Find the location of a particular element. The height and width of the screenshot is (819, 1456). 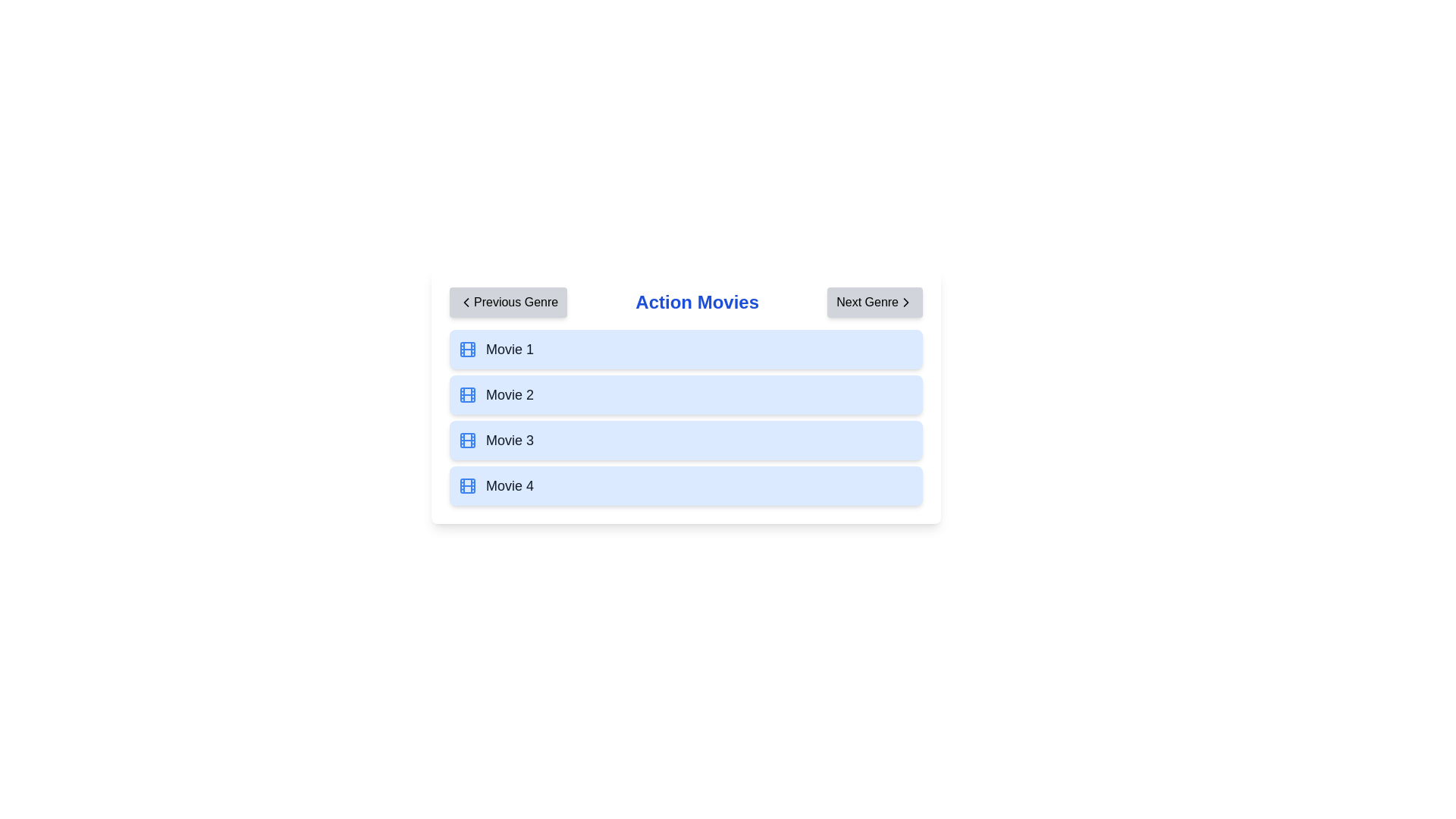

the 'Next Genre' button, which is a rectangular button with bold text, a gray background, rounded corners, and a right-pointing chevron icon, located at the far right of the interface is located at coordinates (875, 302).